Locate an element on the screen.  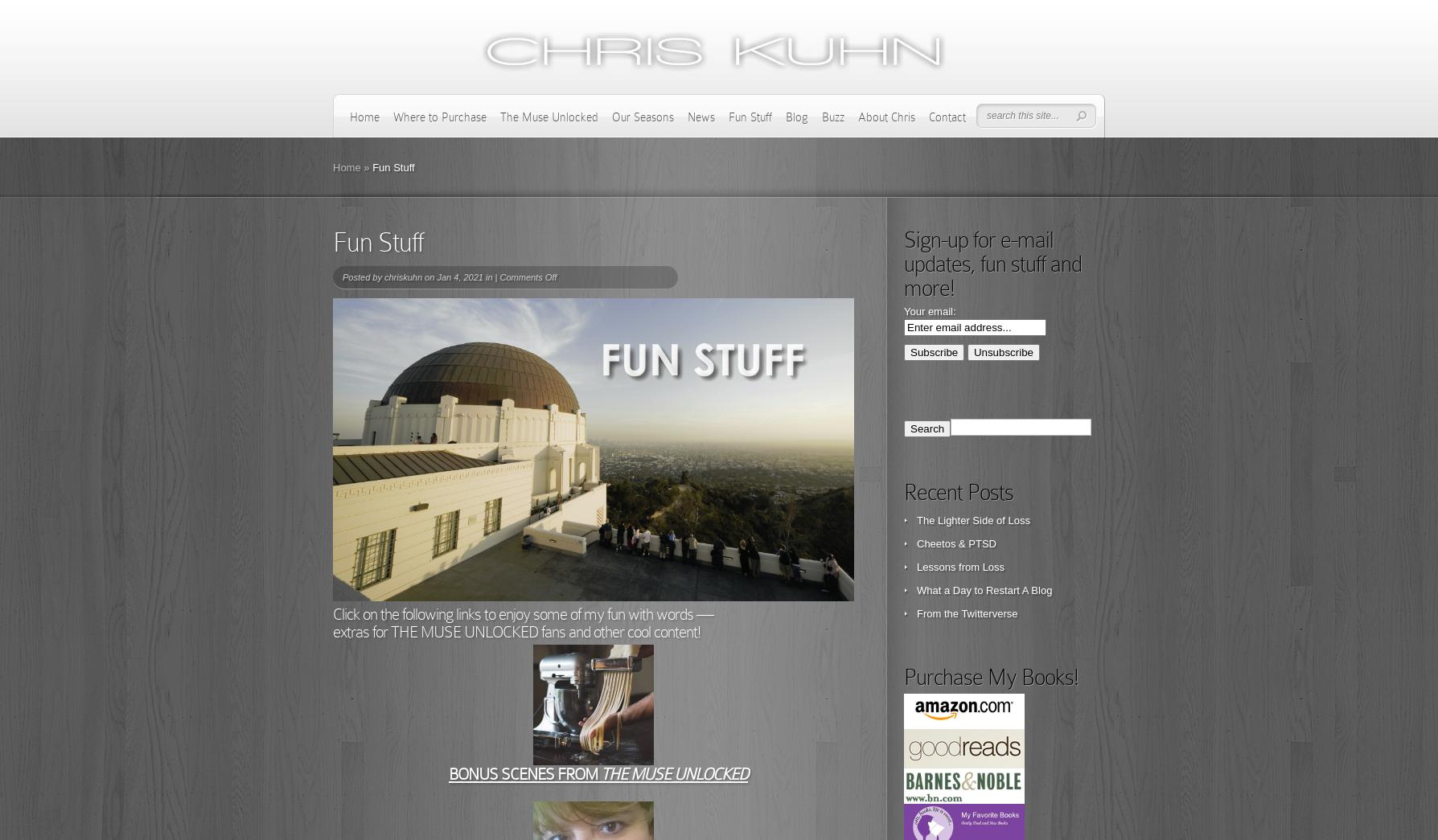
'Lessons from Loss' is located at coordinates (959, 566).